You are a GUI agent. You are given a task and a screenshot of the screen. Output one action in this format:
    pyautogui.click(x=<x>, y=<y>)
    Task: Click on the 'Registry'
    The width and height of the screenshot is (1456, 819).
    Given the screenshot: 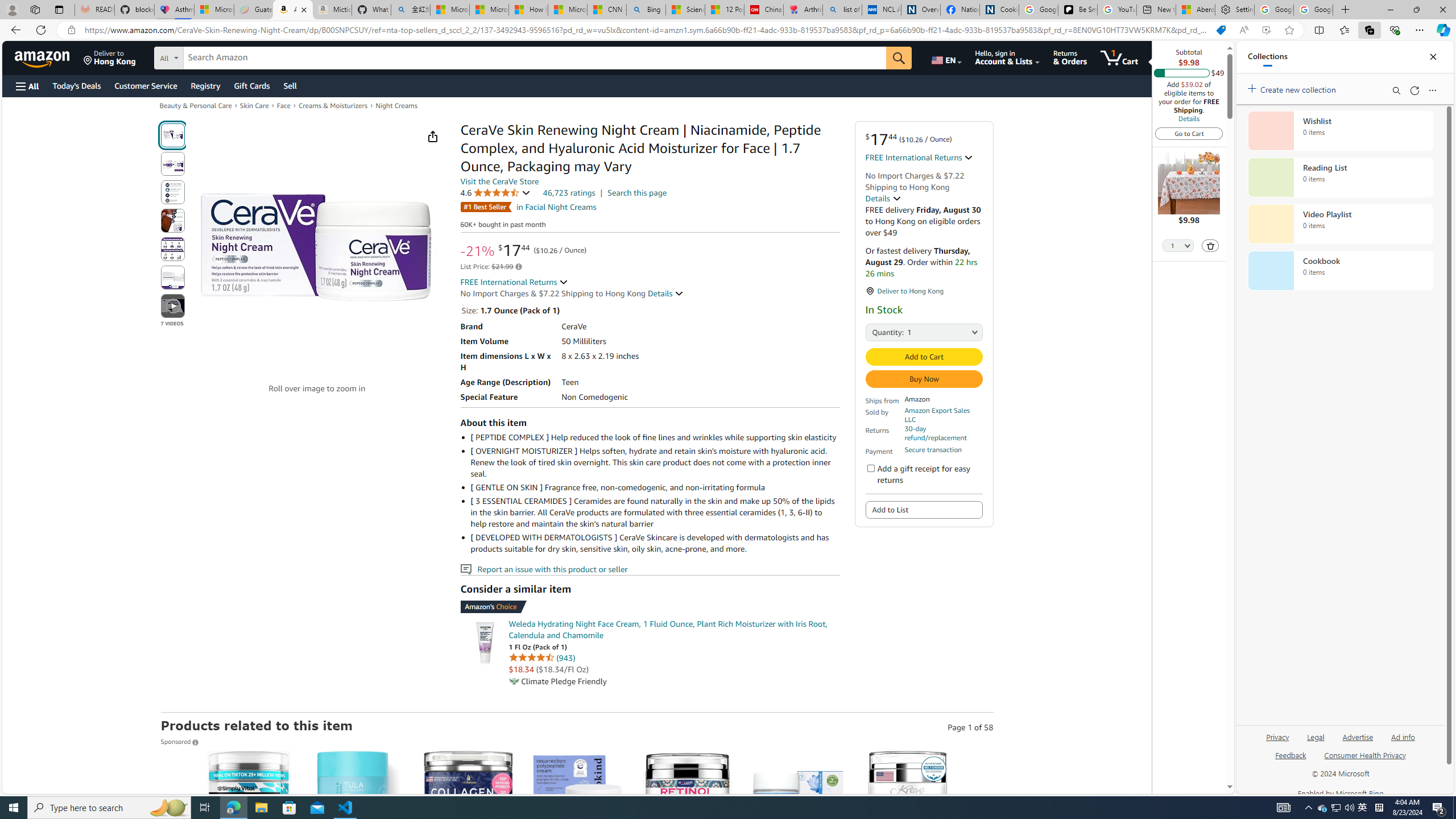 What is the action you would take?
    pyautogui.click(x=204, y=85)
    